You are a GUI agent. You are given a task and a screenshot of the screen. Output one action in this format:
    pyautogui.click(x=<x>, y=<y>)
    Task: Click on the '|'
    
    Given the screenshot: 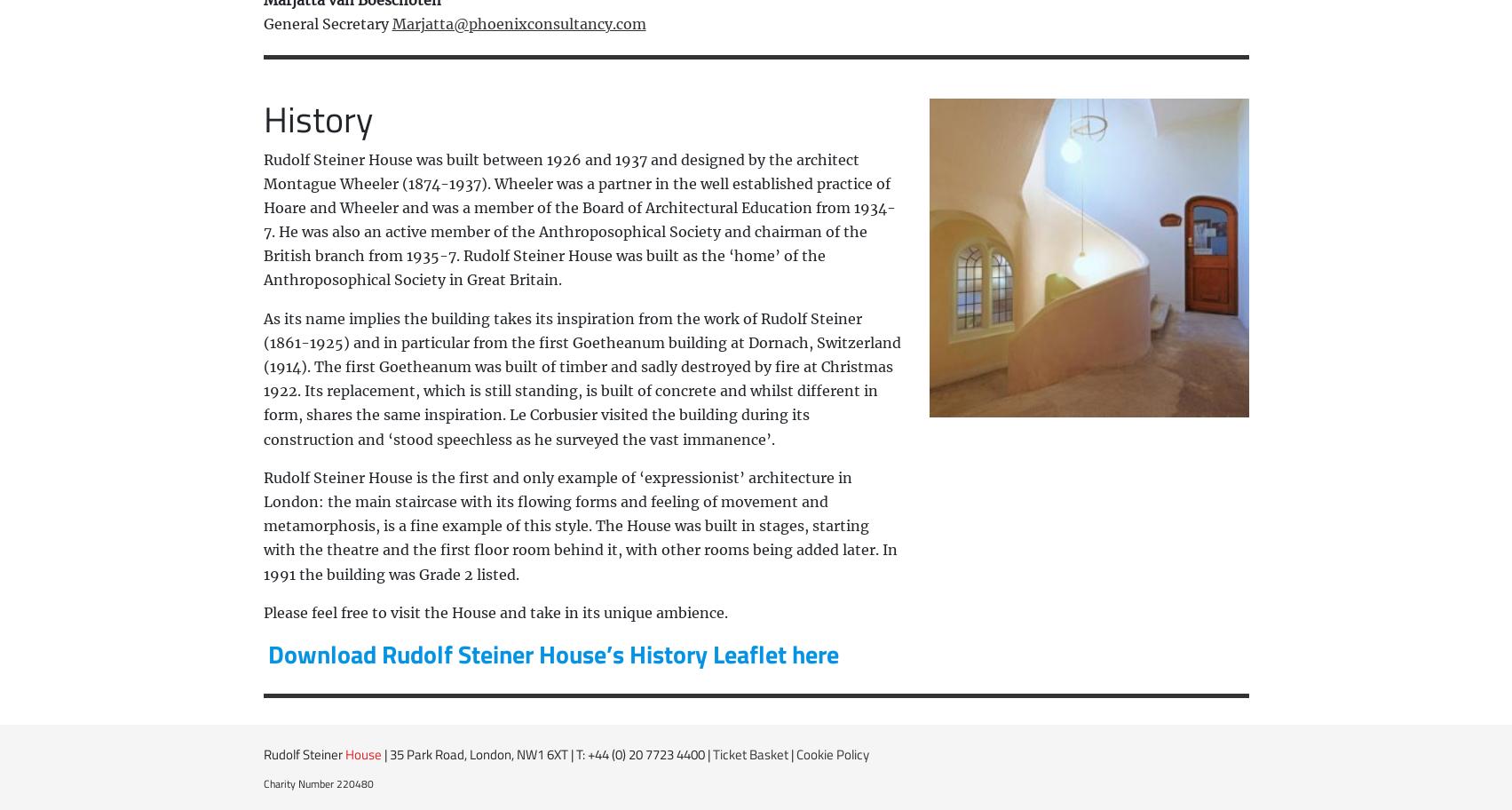 What is the action you would take?
    pyautogui.click(x=790, y=754)
    